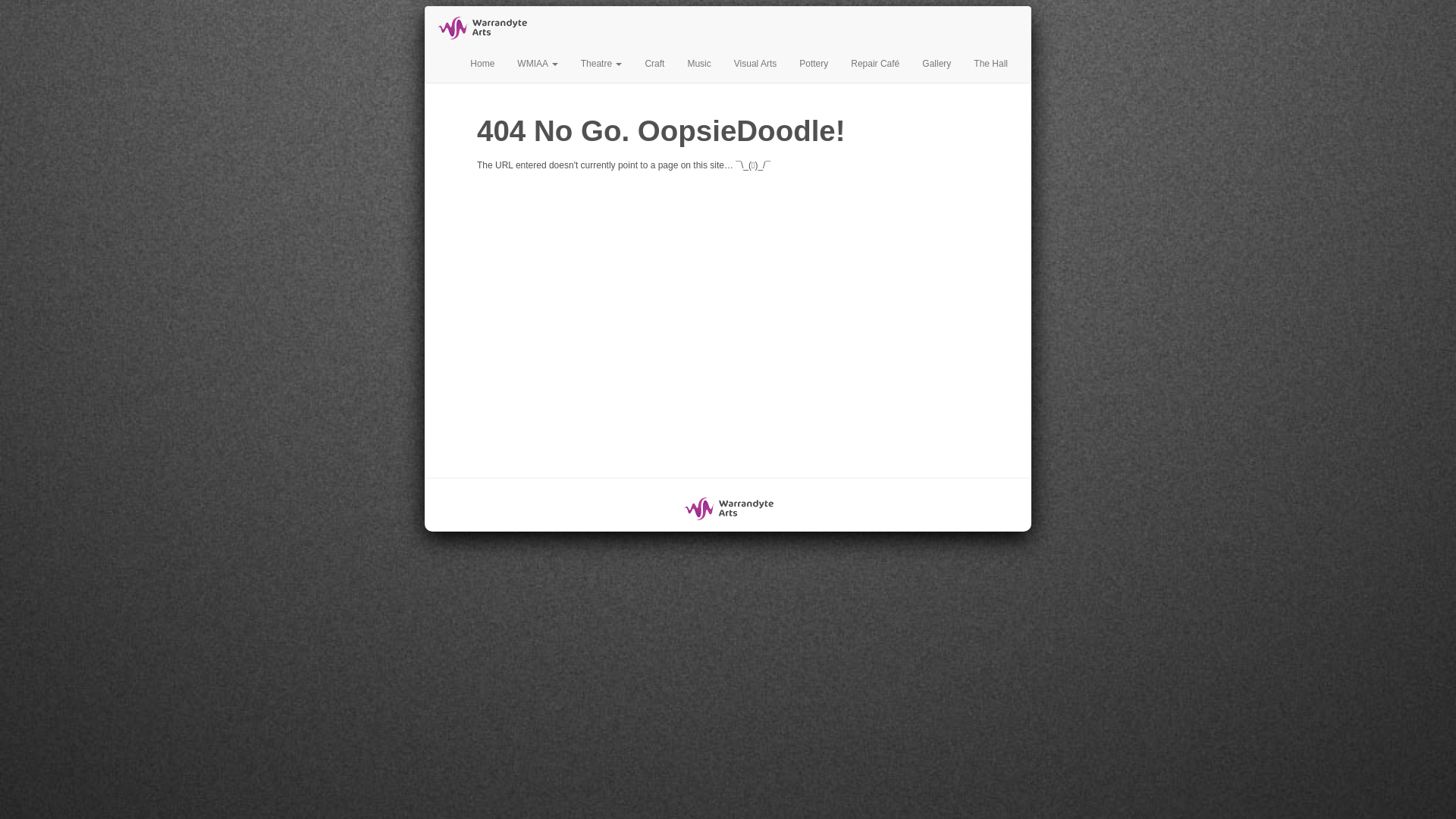 This screenshot has width=1456, height=819. I want to click on 'The Hall', so click(990, 63).